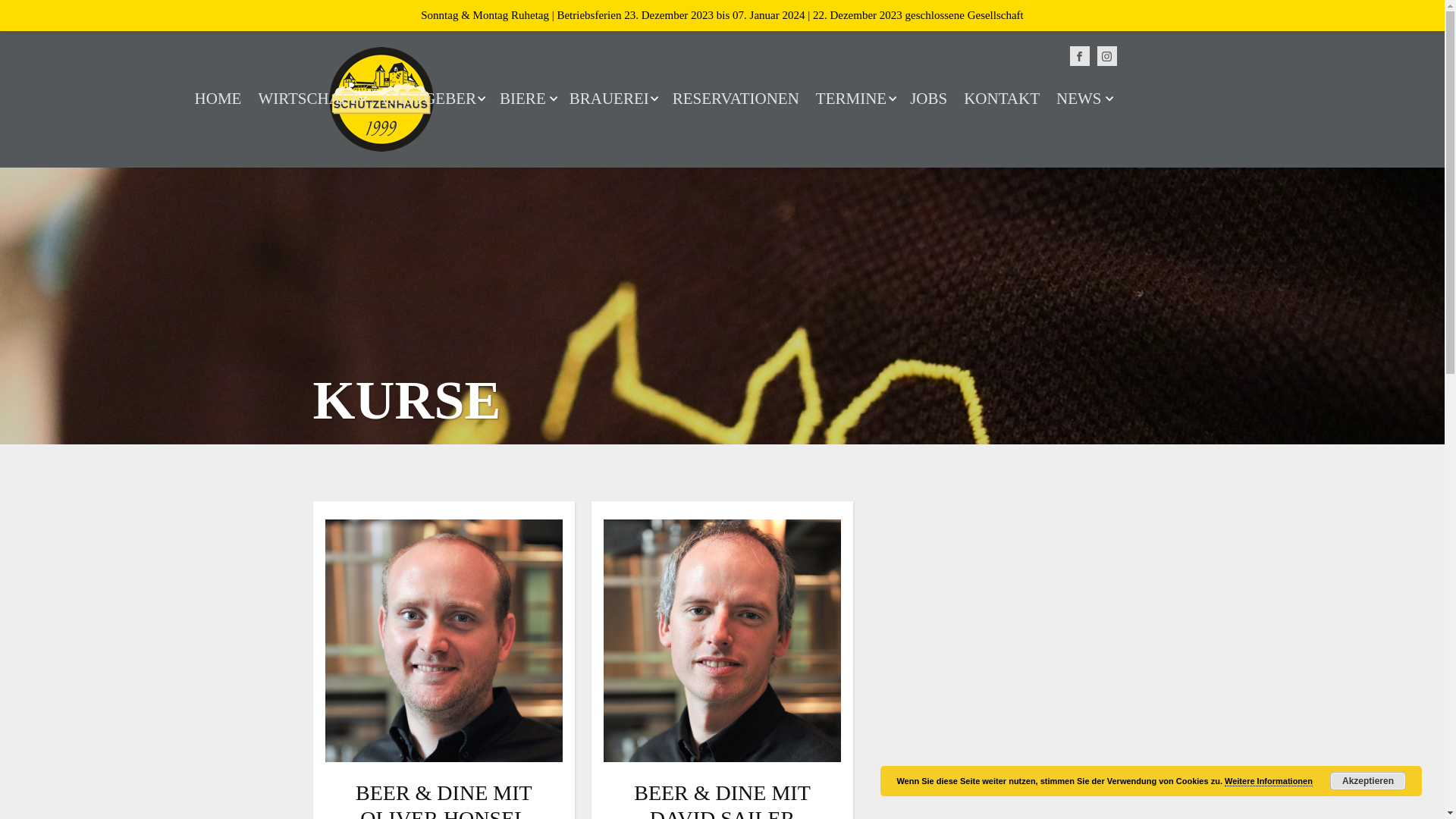 This screenshot has width=1456, height=819. What do you see at coordinates (431, 99) in the screenshot?
I see `'GASTGEBER'` at bounding box center [431, 99].